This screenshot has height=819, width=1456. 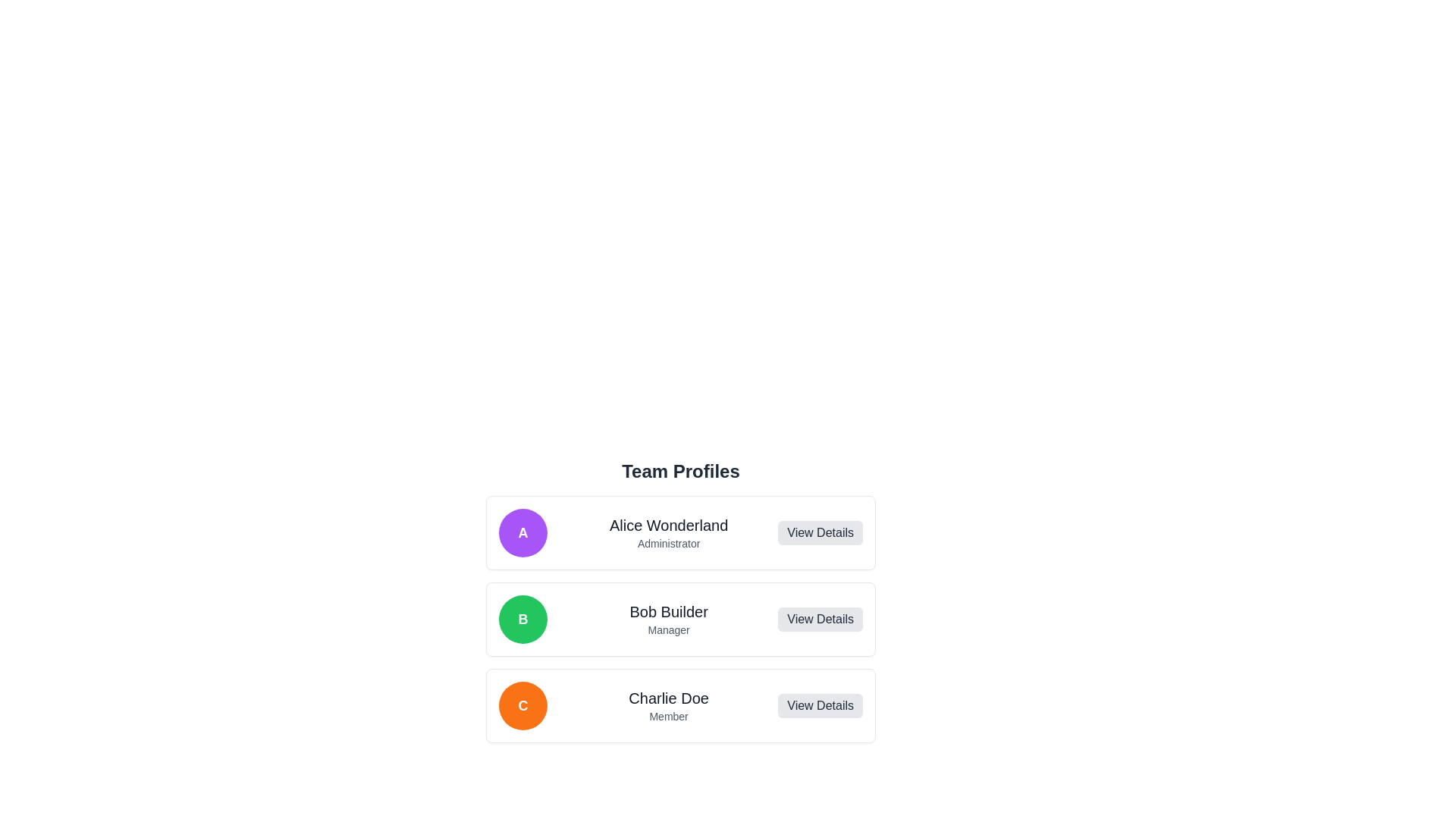 I want to click on the Text Display element that shows the name 'Bob Builder', located in the upper section of the card above the 'Manager' text, so click(x=668, y=610).